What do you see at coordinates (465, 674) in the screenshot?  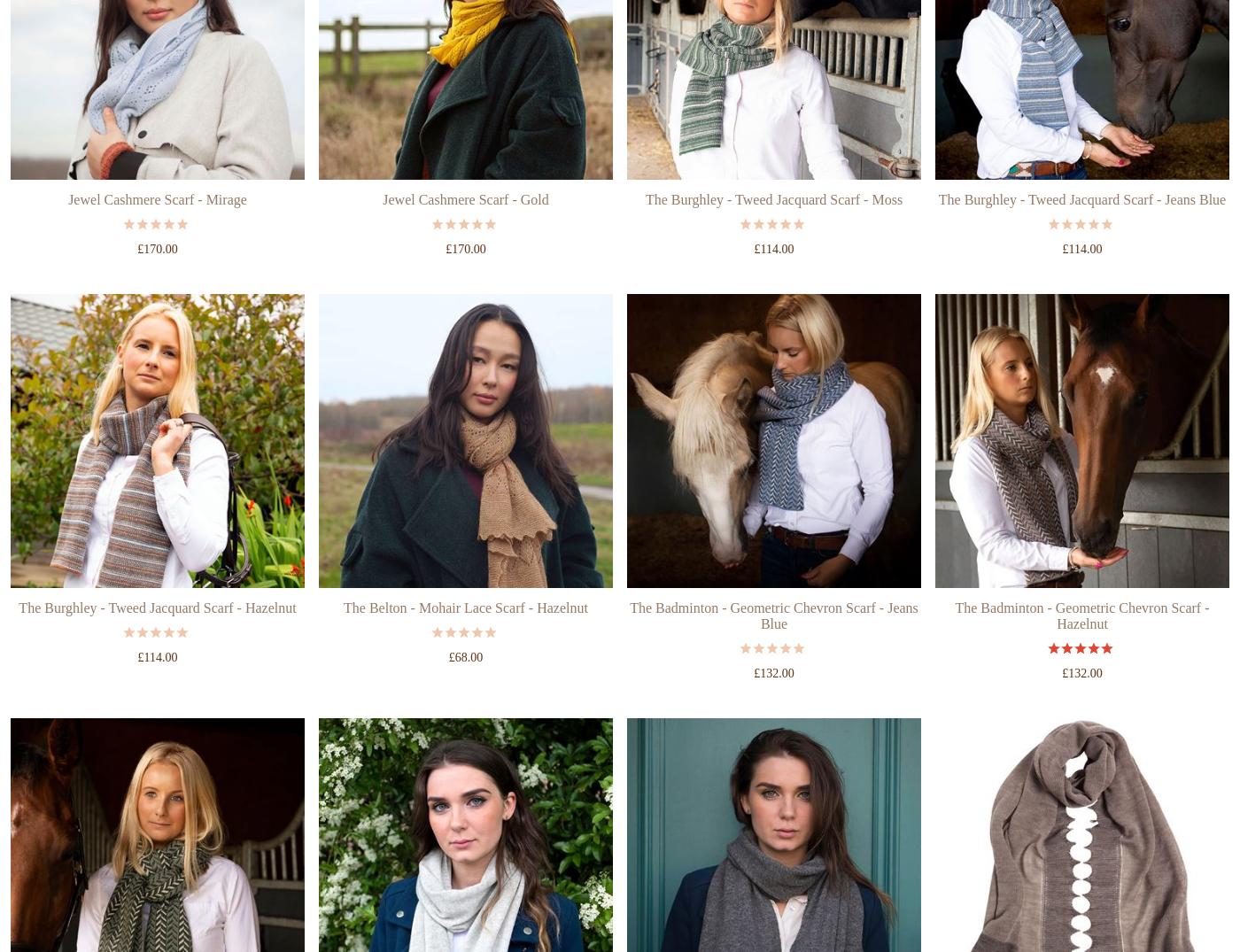 I see `'The Belton - Mohair Lace Scarf - Hazelnut'` at bounding box center [465, 674].